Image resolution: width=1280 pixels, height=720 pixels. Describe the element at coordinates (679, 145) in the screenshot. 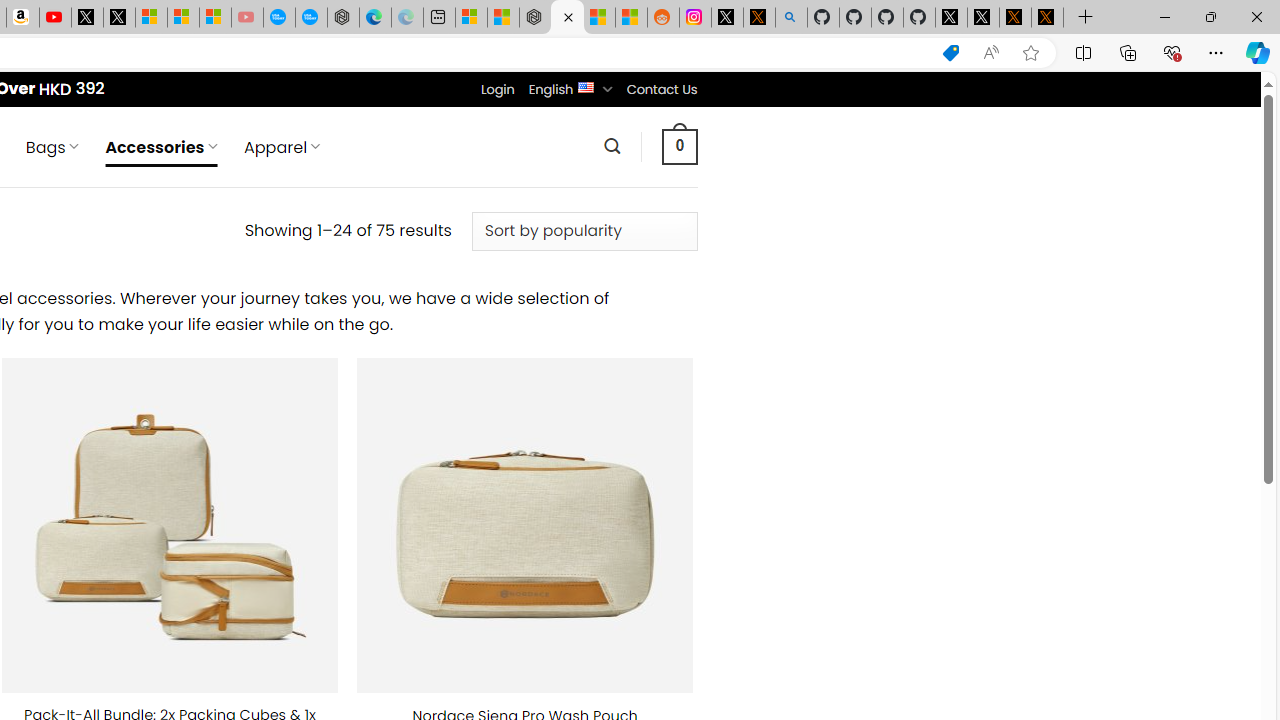

I see `'  0  '` at that location.